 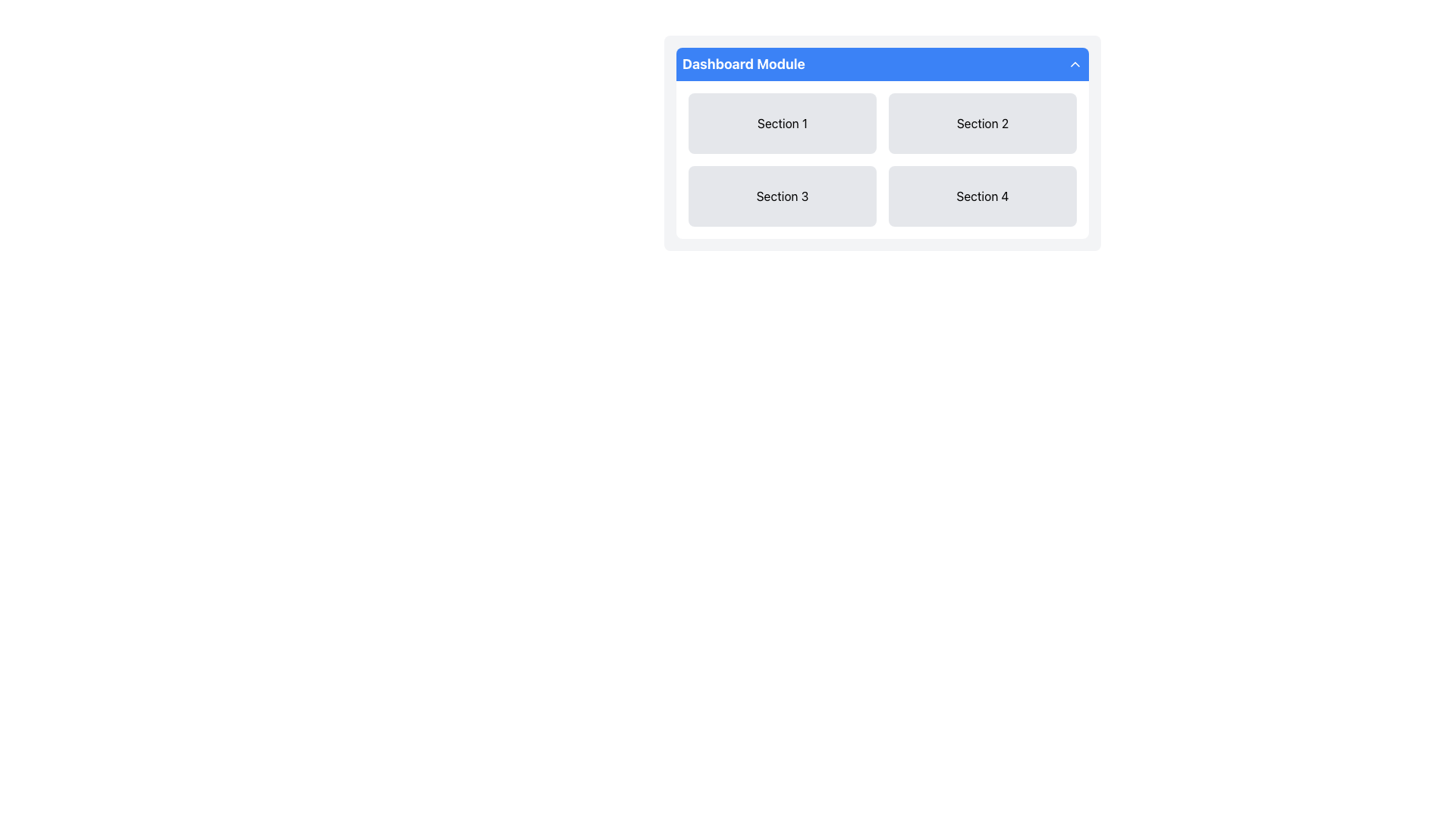 What do you see at coordinates (1074, 63) in the screenshot?
I see `the upward-facing arrow icon button within the small blue-rounded square located in the header of the 'Dashboard Module' panel` at bounding box center [1074, 63].